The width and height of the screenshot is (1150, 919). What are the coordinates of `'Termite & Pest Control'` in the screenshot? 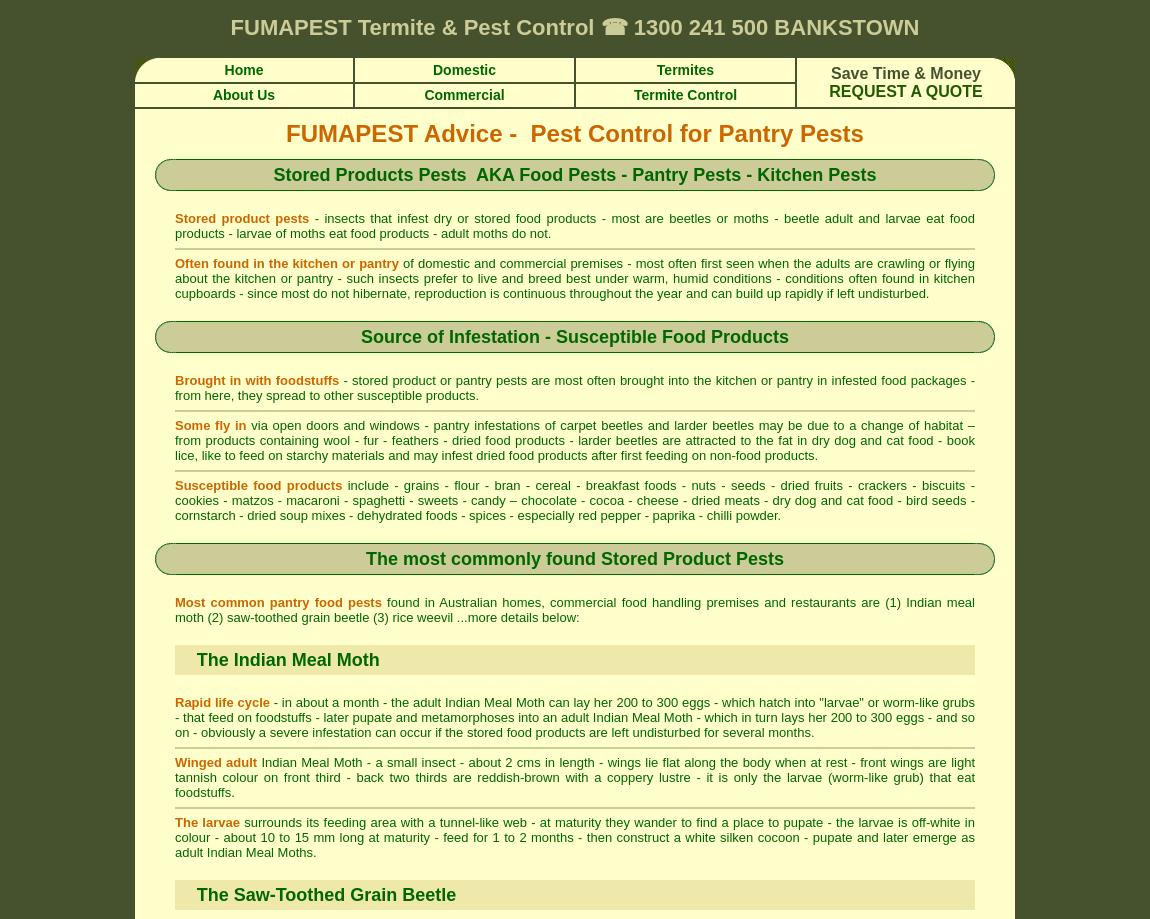 It's located at (356, 27).